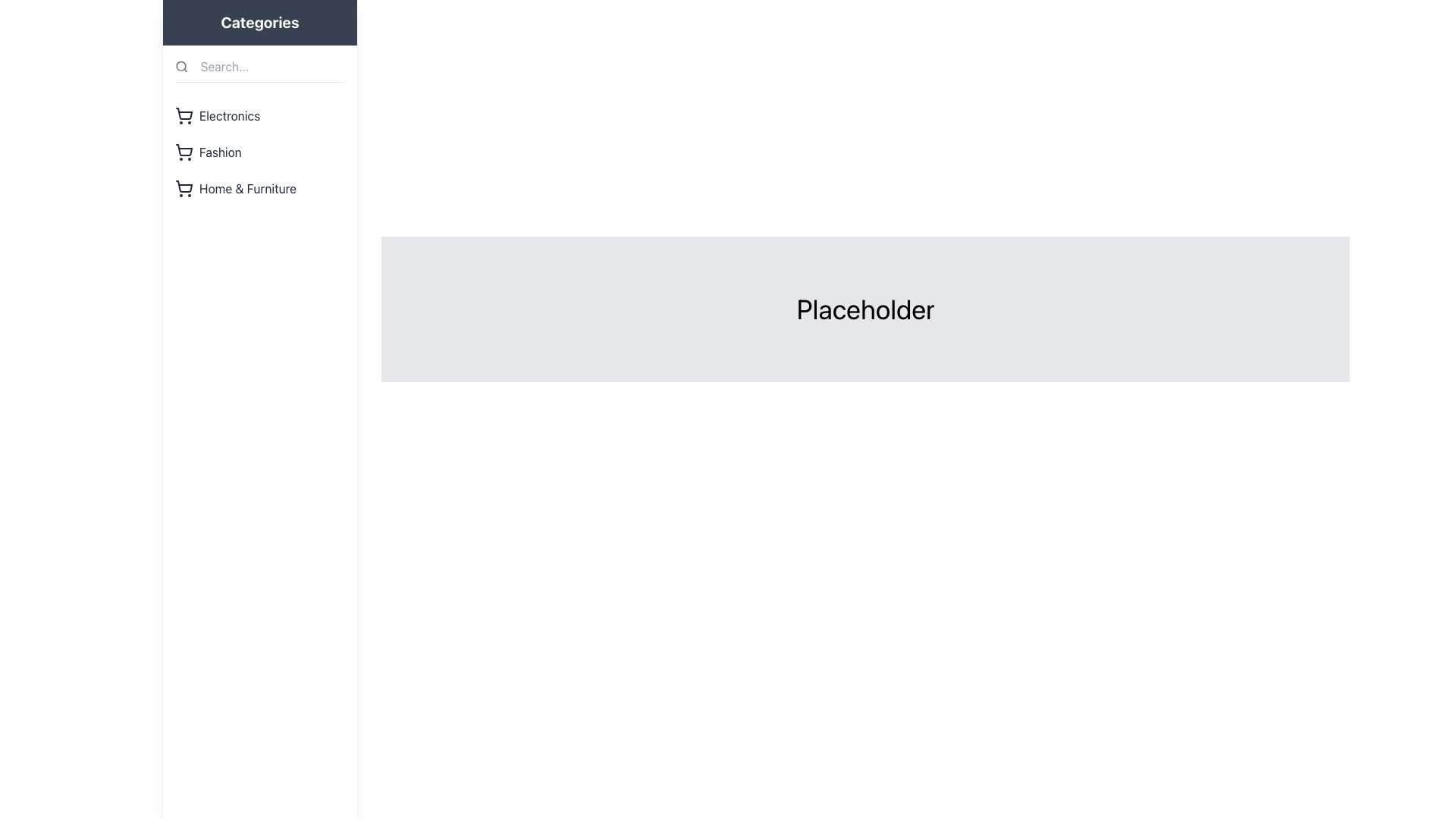  Describe the element at coordinates (259, 23) in the screenshot. I see `the bold text label reading 'Categories' located at the upper center of the sidebar` at that location.